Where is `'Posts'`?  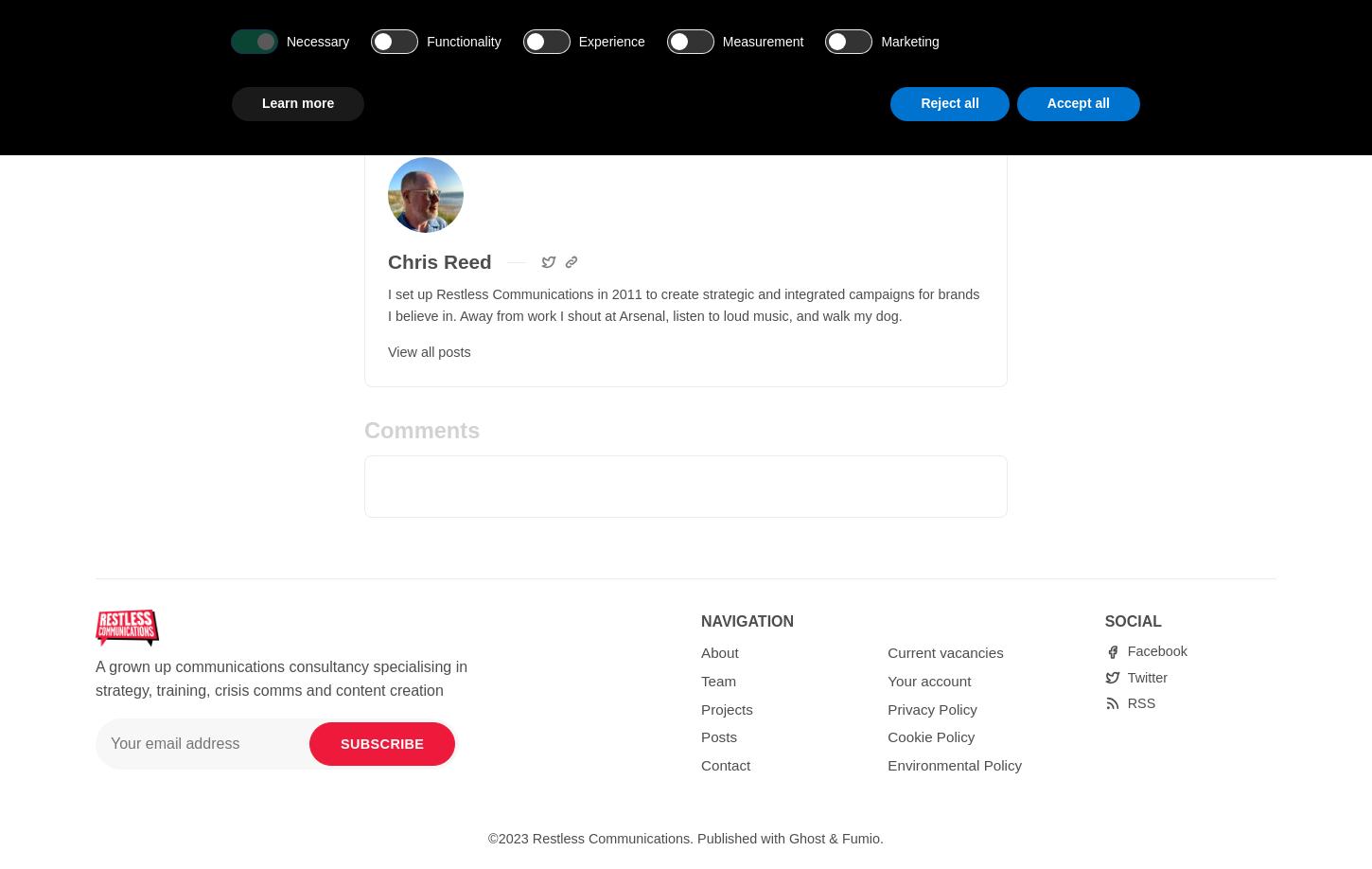 'Posts' is located at coordinates (718, 736).